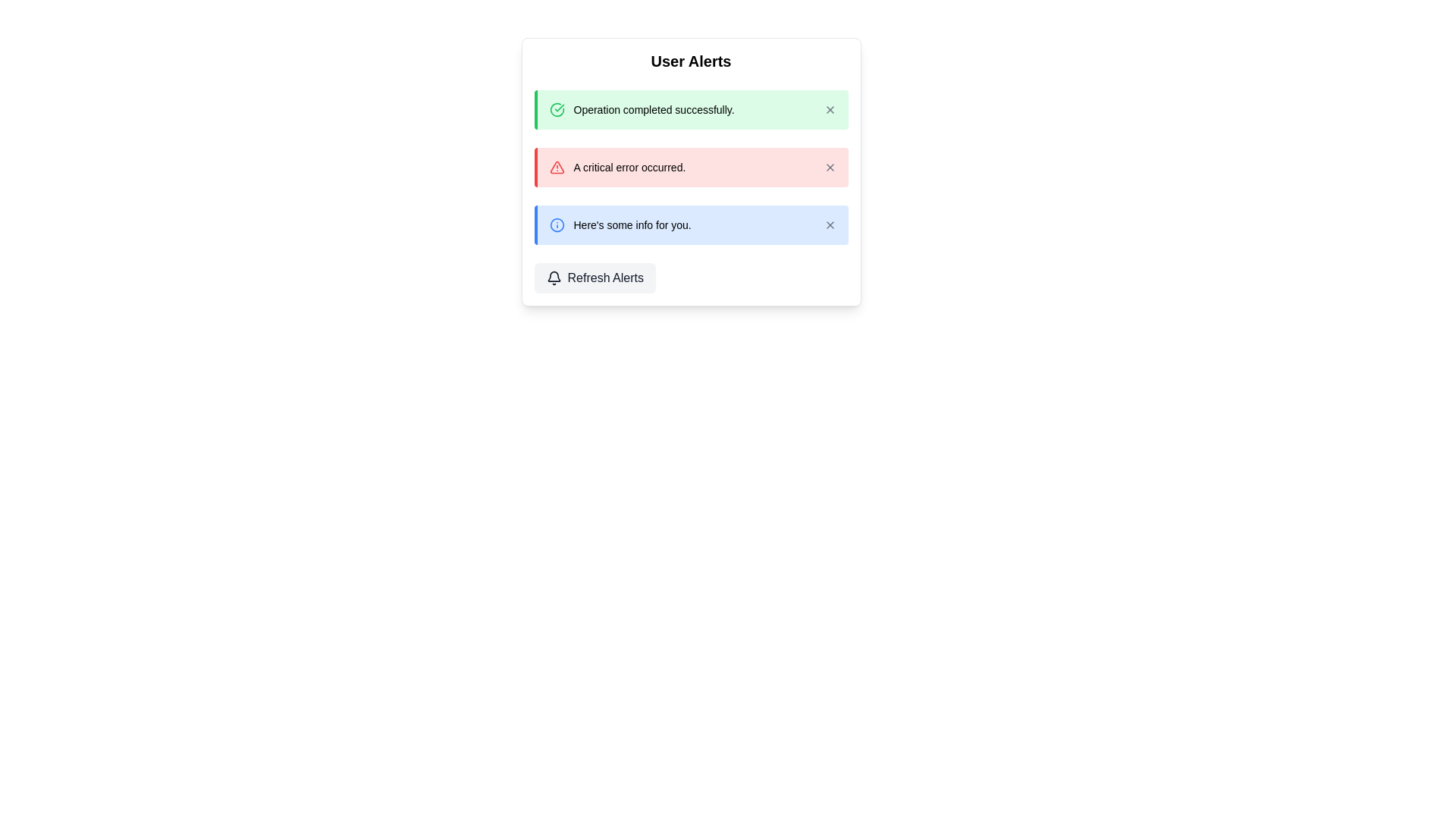 The width and height of the screenshot is (1456, 819). What do you see at coordinates (829, 167) in the screenshot?
I see `the small gray button with an 'X' shape located on the right side of the alert box indicating a critical error` at bounding box center [829, 167].